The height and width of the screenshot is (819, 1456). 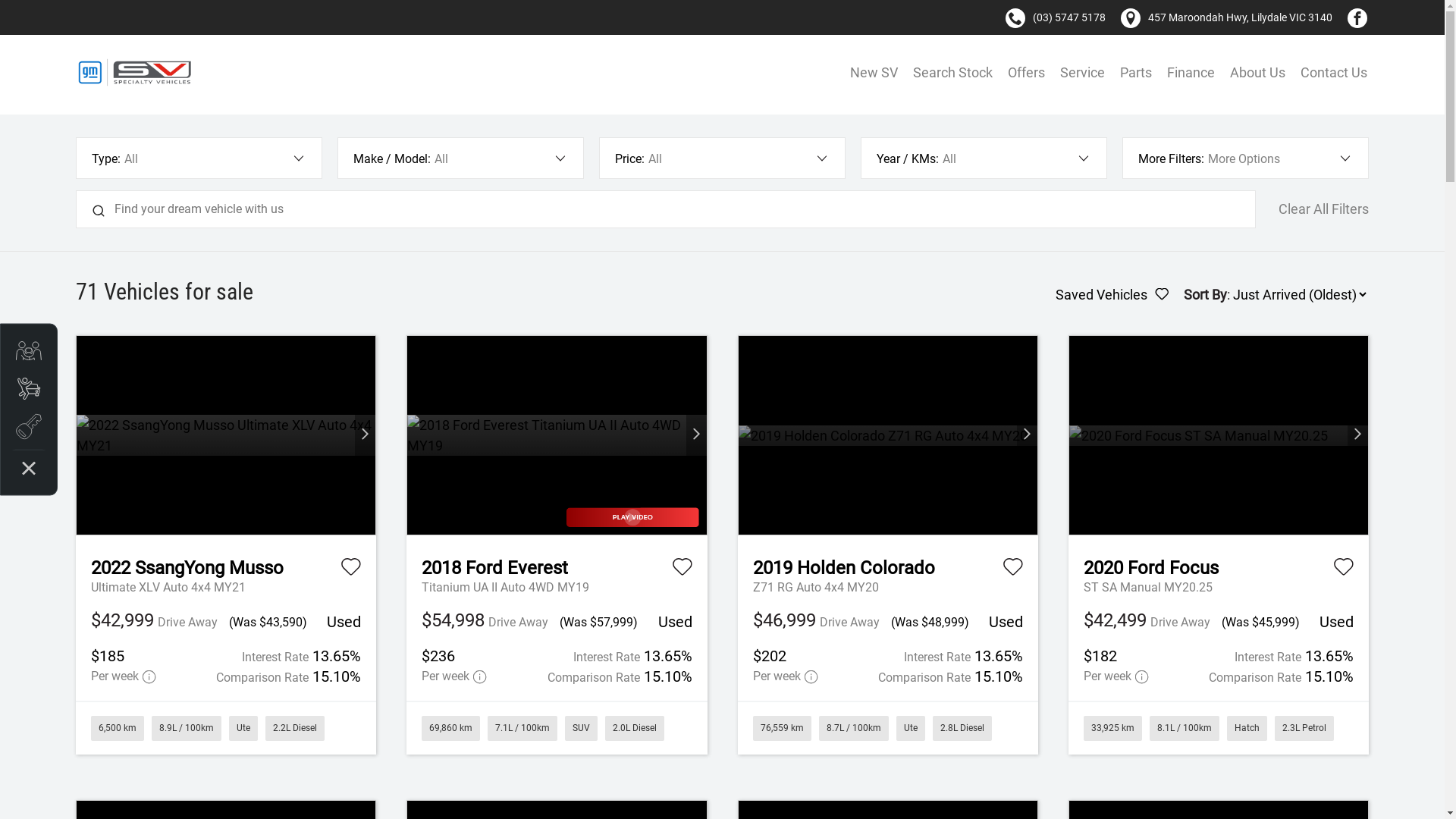 What do you see at coordinates (1112, 294) in the screenshot?
I see `'Saved Vehicles'` at bounding box center [1112, 294].